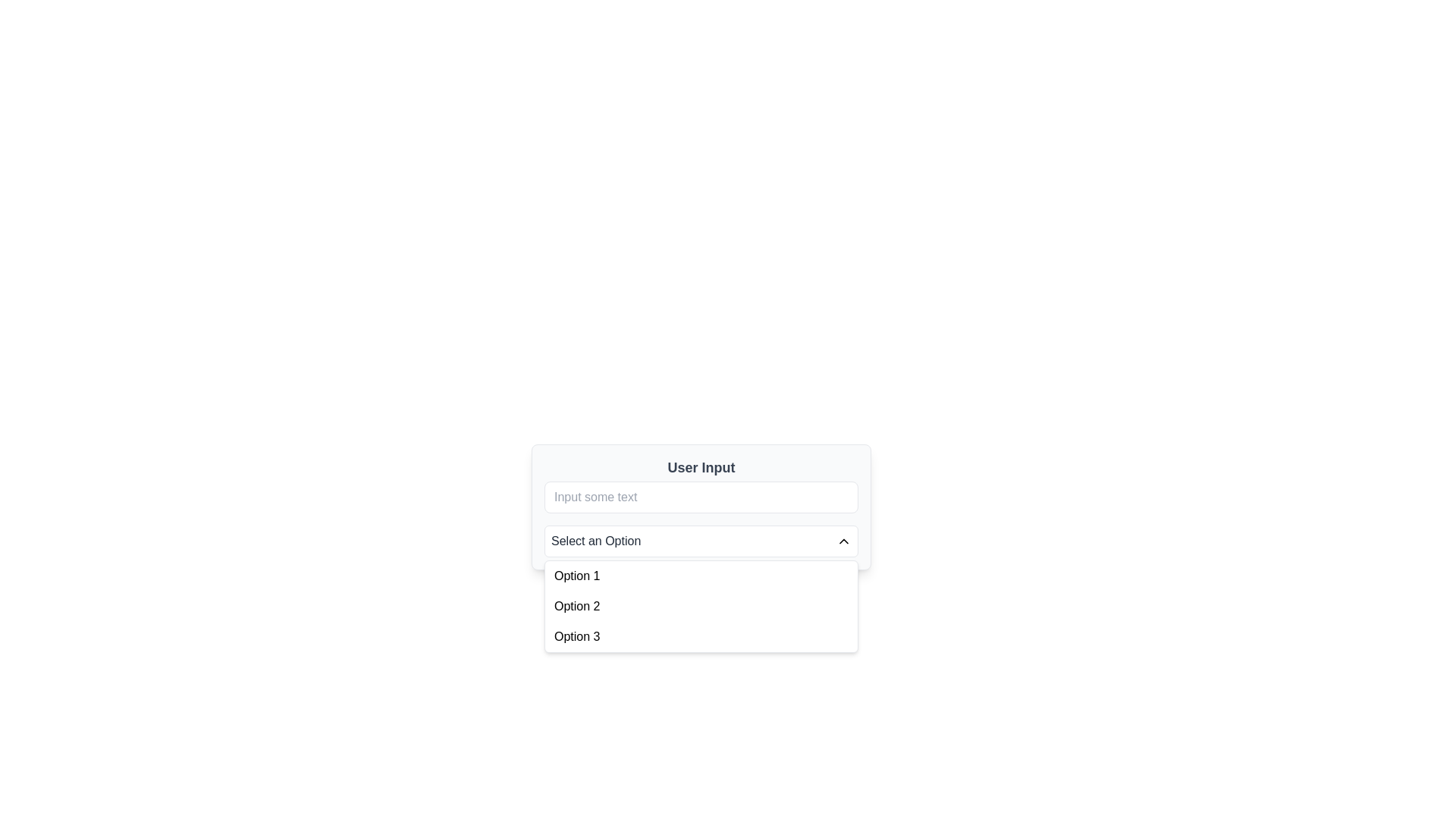  Describe the element at coordinates (595, 540) in the screenshot. I see `the text label that indicates the function of the dropdown menu, positioned to the left of the dropdown indicator icon` at that location.